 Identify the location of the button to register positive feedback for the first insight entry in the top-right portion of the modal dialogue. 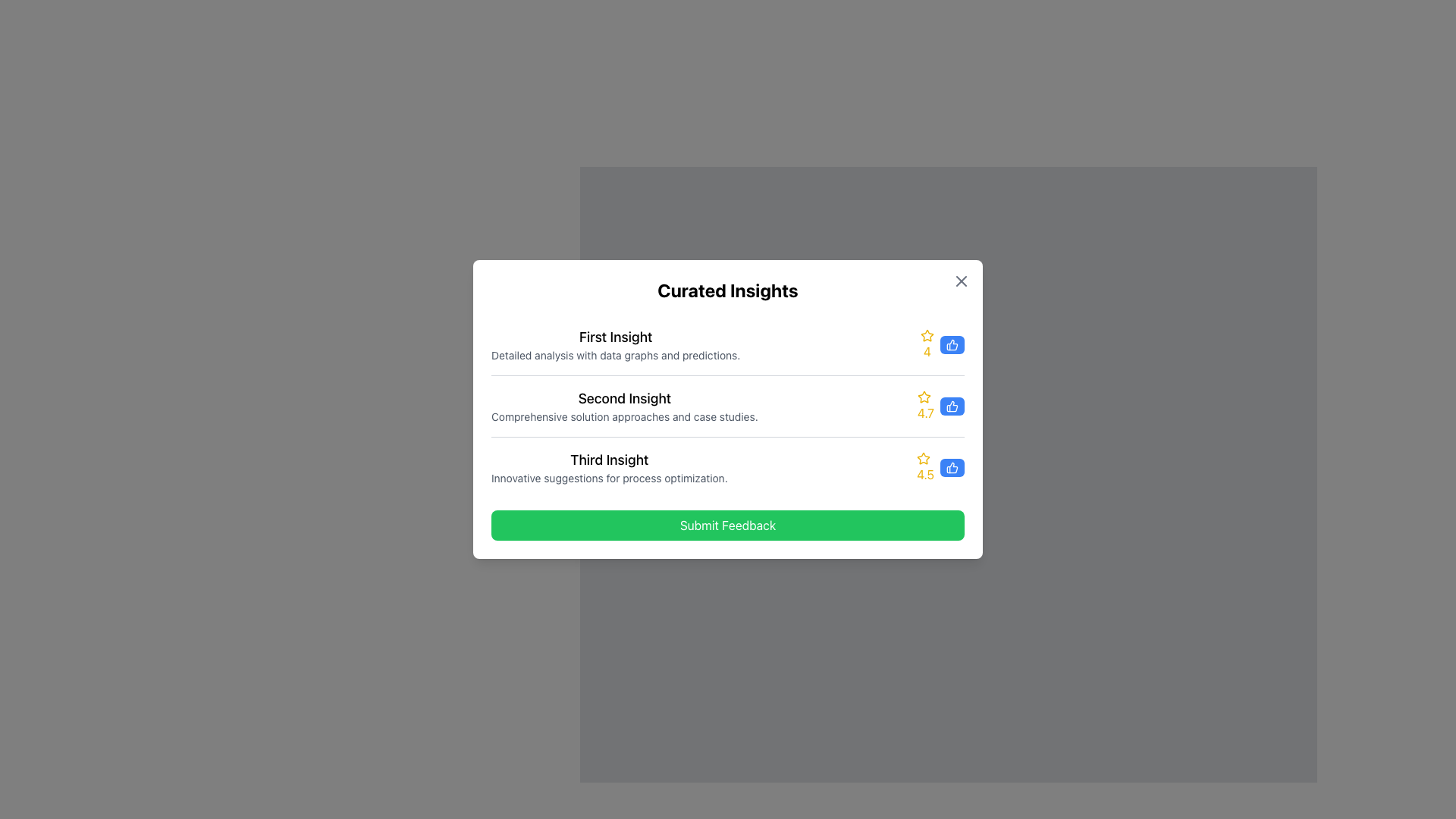
(942, 345).